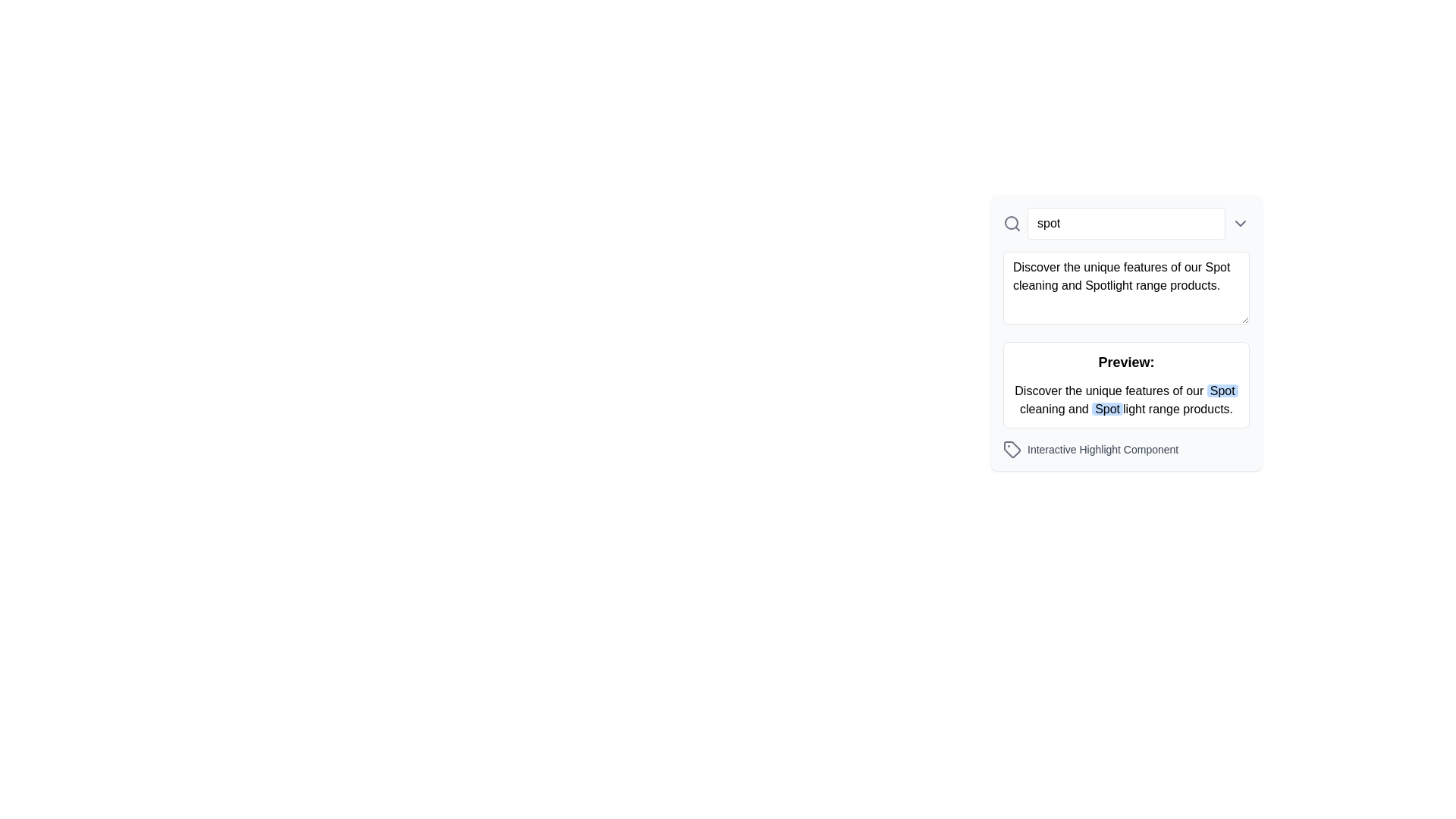 The width and height of the screenshot is (1456, 819). Describe the element at coordinates (1107, 408) in the screenshot. I see `the highlighted word 'Spot' in the paragraph` at that location.